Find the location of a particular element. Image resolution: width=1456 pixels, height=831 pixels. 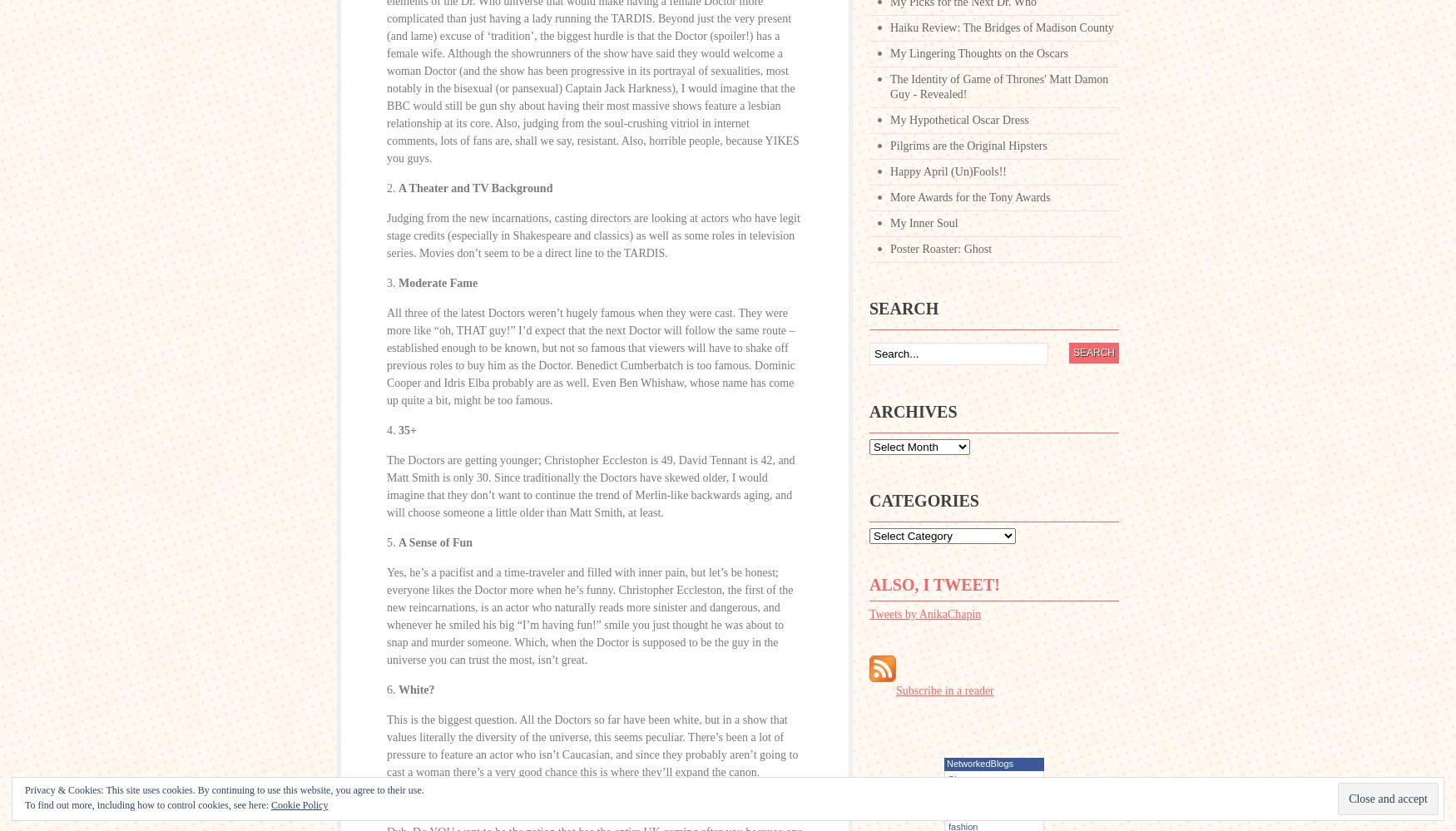

'Pilgrims are the Original Hipsters' is located at coordinates (889, 145).